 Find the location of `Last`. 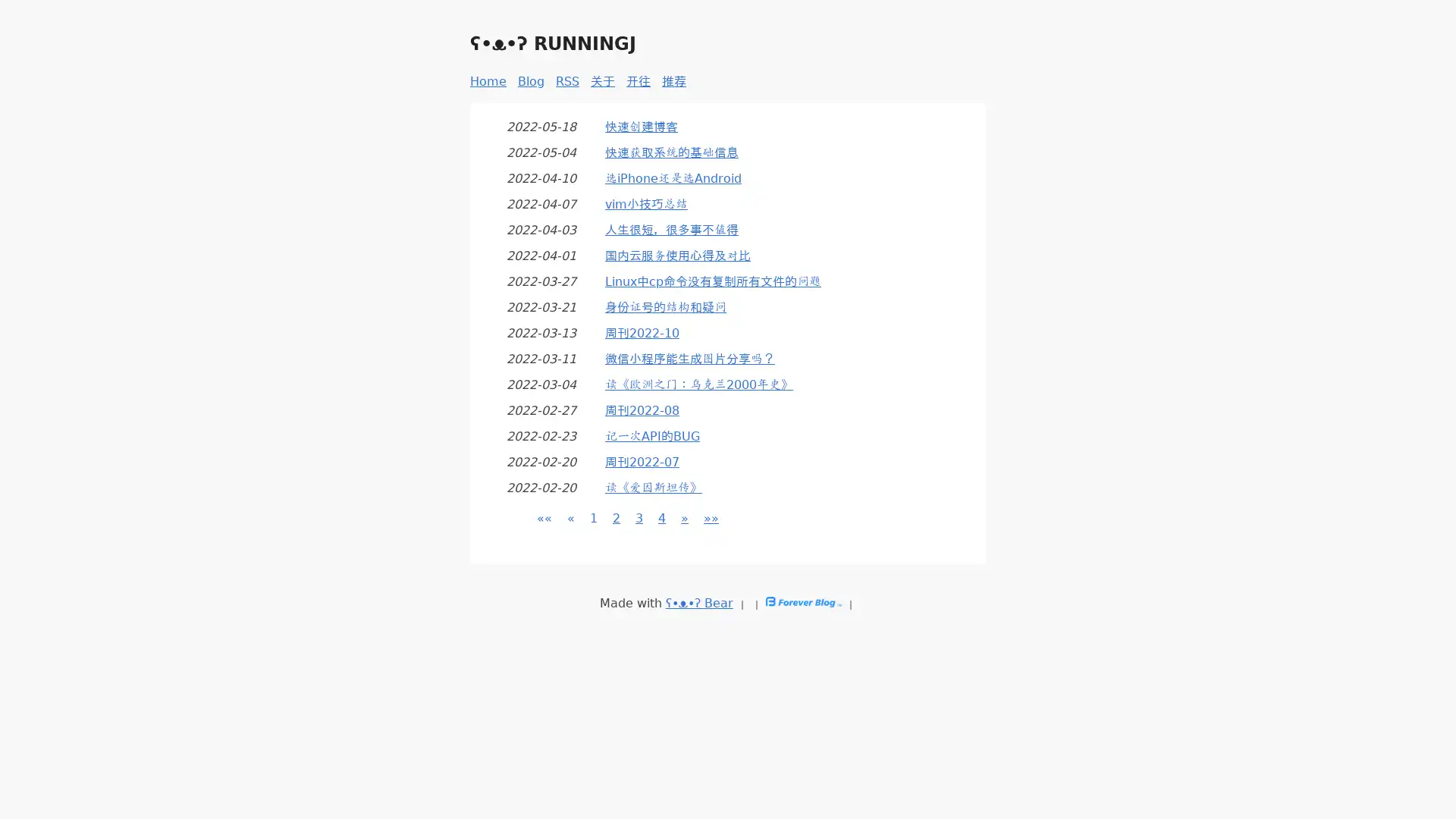

Last is located at coordinates (710, 516).